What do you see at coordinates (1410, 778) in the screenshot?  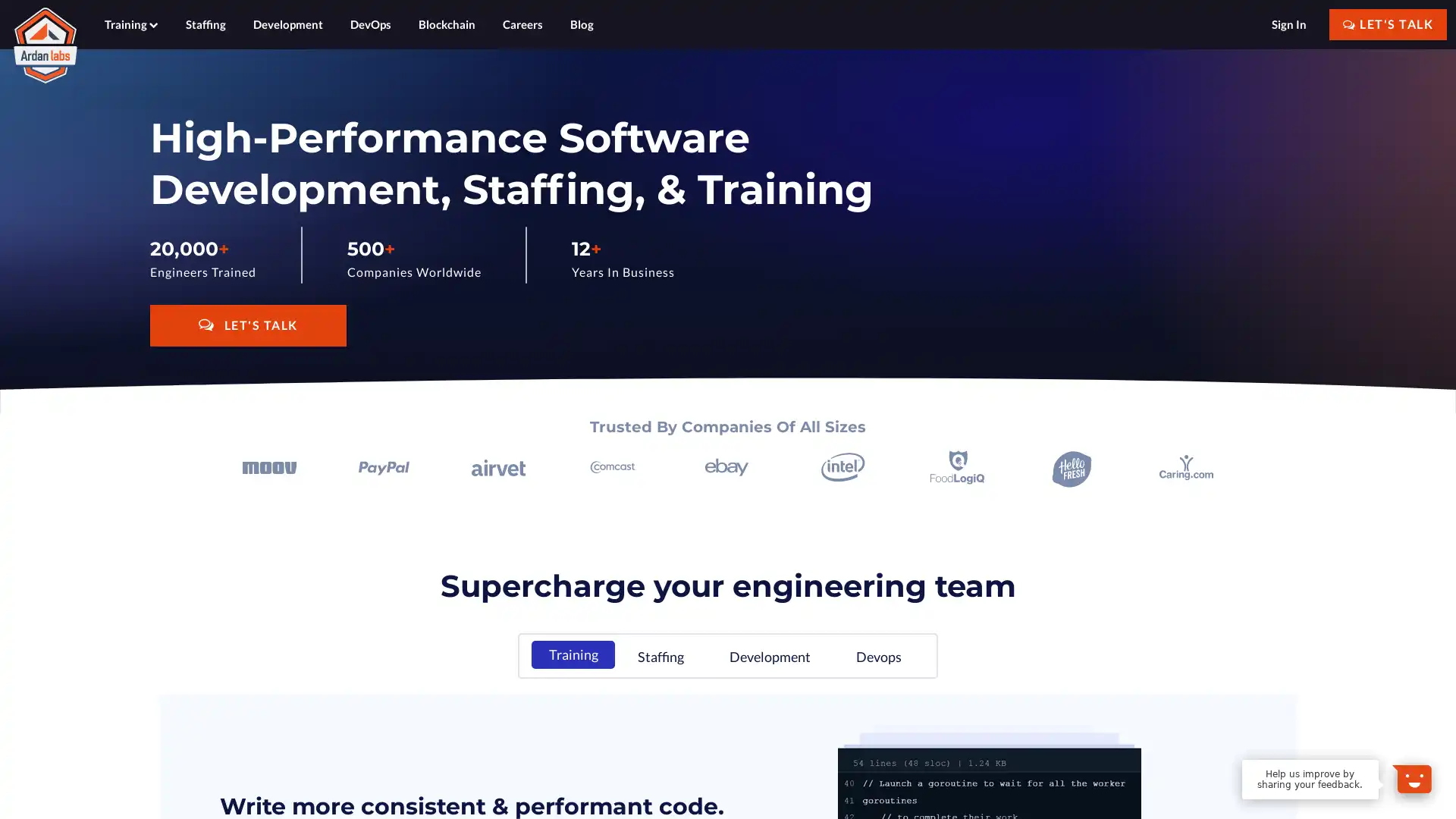 I see `Open` at bounding box center [1410, 778].